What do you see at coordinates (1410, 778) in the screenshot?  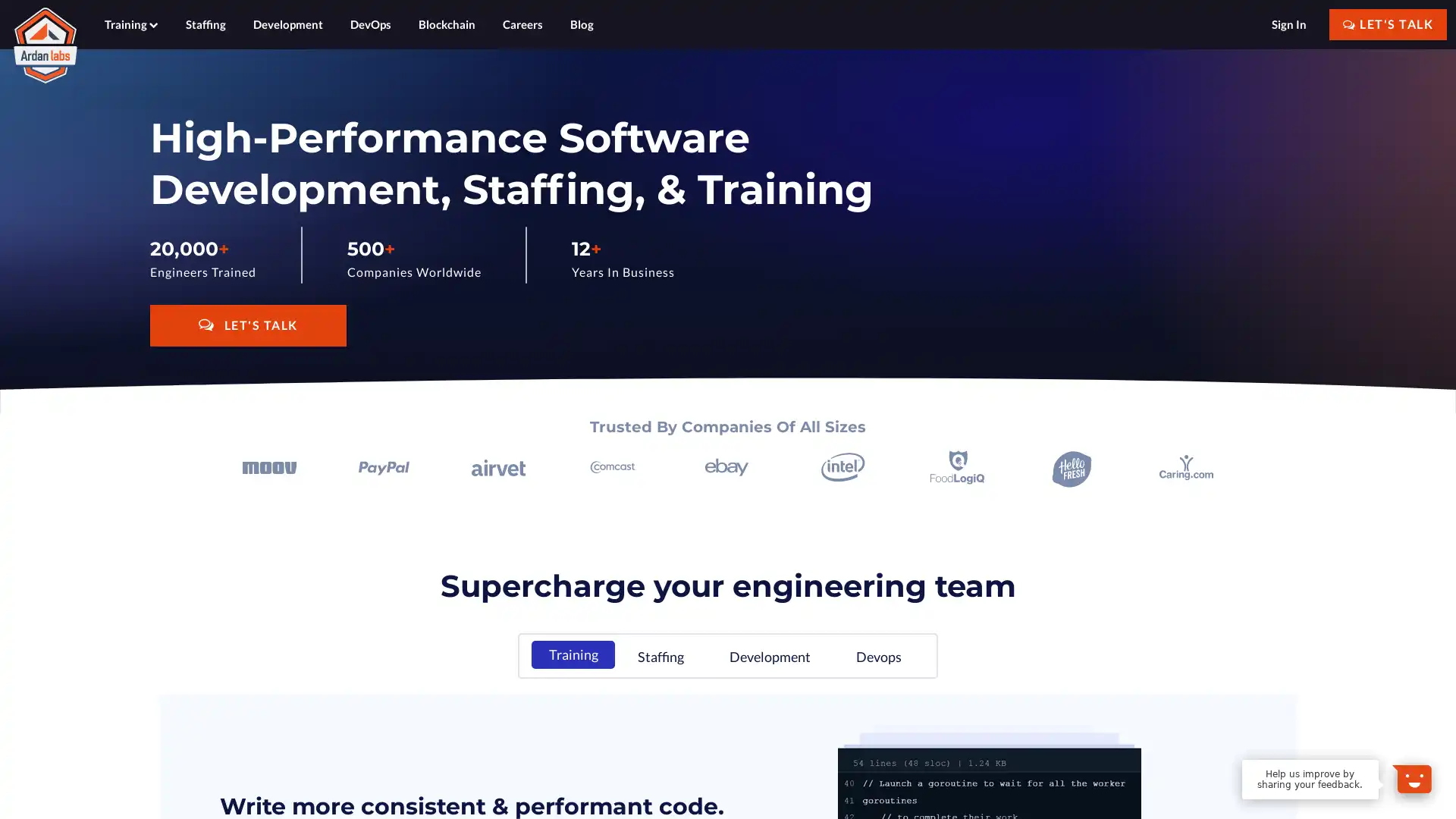 I see `Open` at bounding box center [1410, 778].